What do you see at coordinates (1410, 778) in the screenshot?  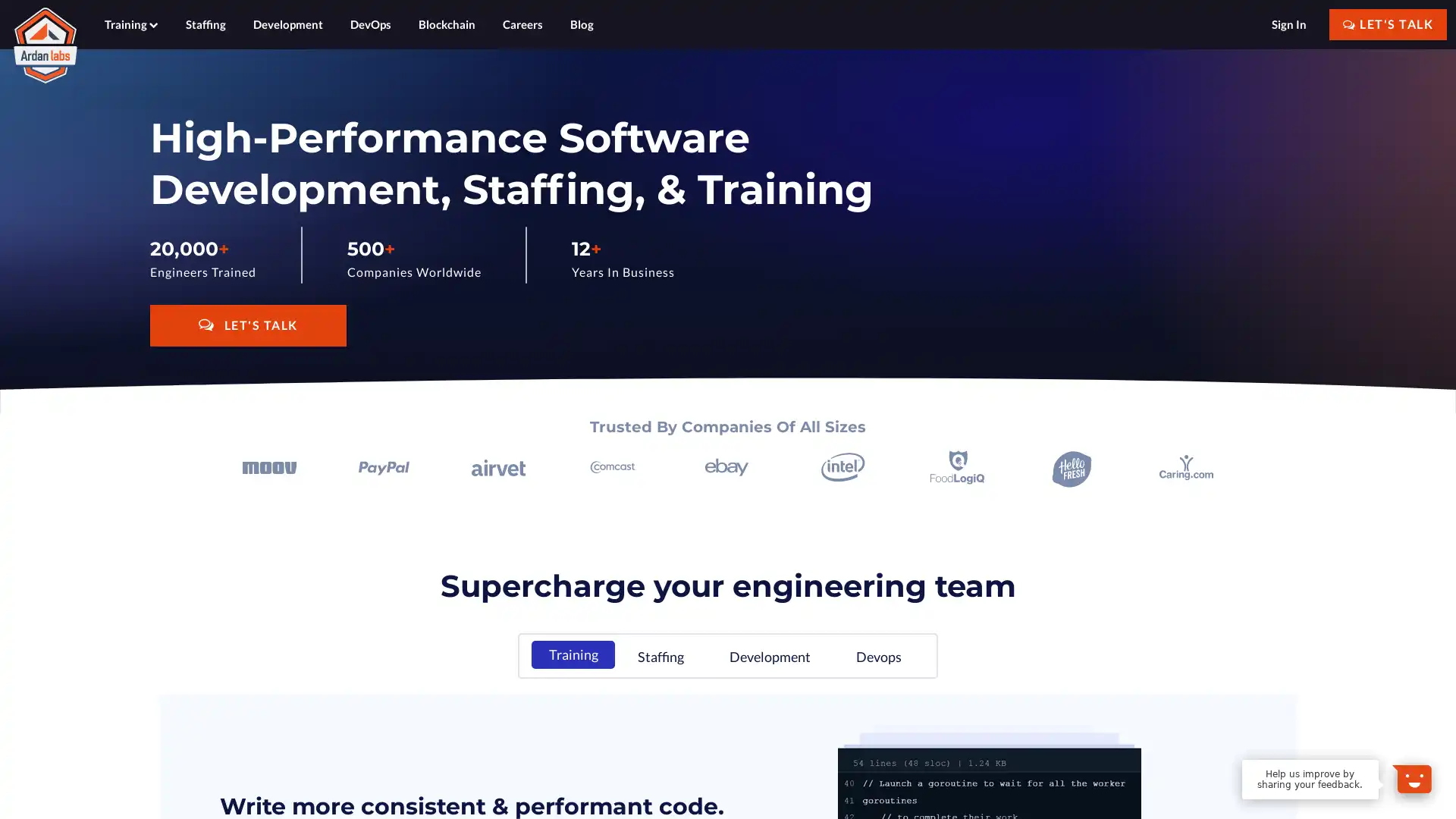 I see `Open` at bounding box center [1410, 778].